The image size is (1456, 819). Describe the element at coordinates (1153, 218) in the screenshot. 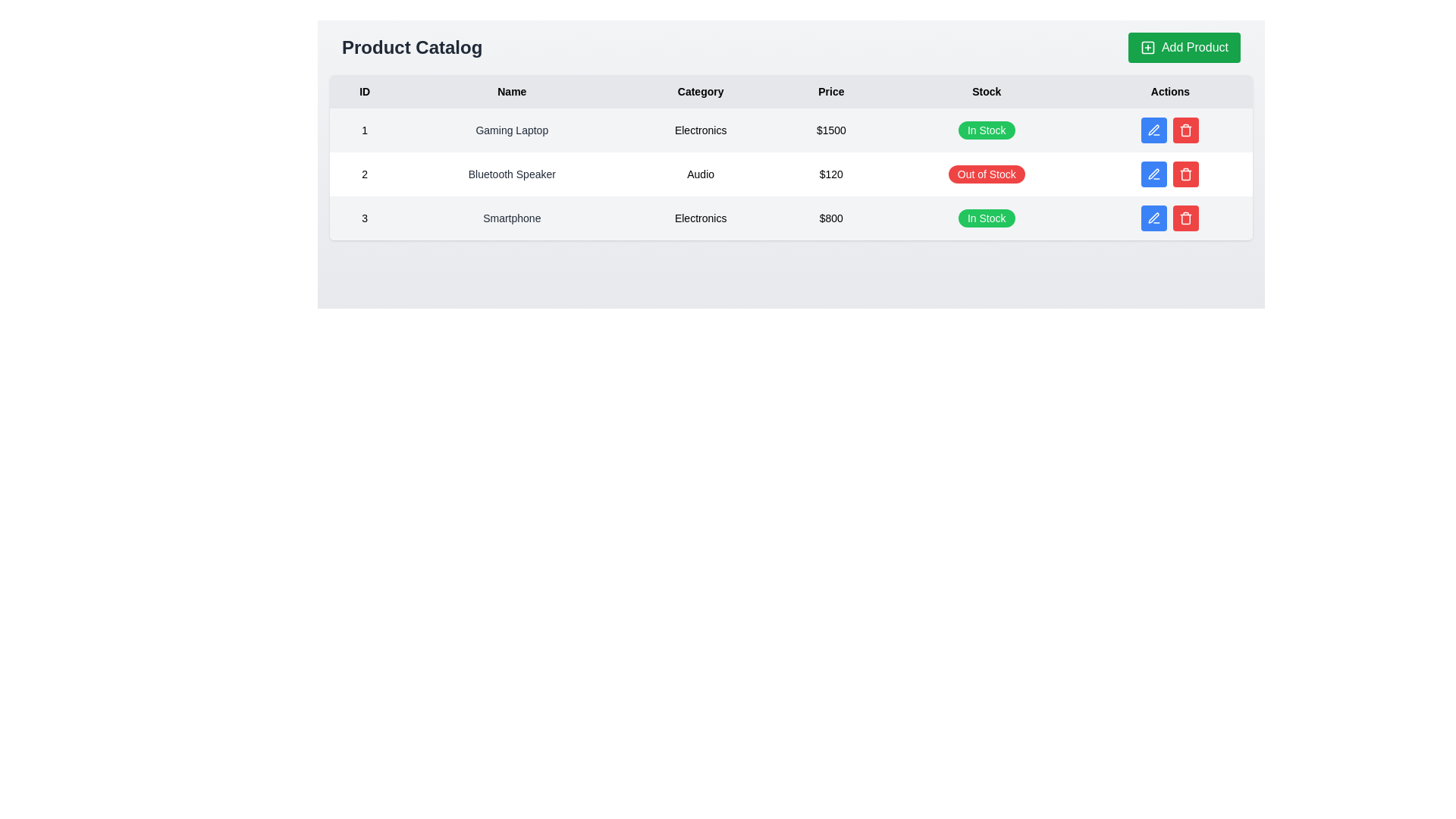

I see `the pen icon located inside the blue button in the third row of the 'Actions' column of the product table` at that location.